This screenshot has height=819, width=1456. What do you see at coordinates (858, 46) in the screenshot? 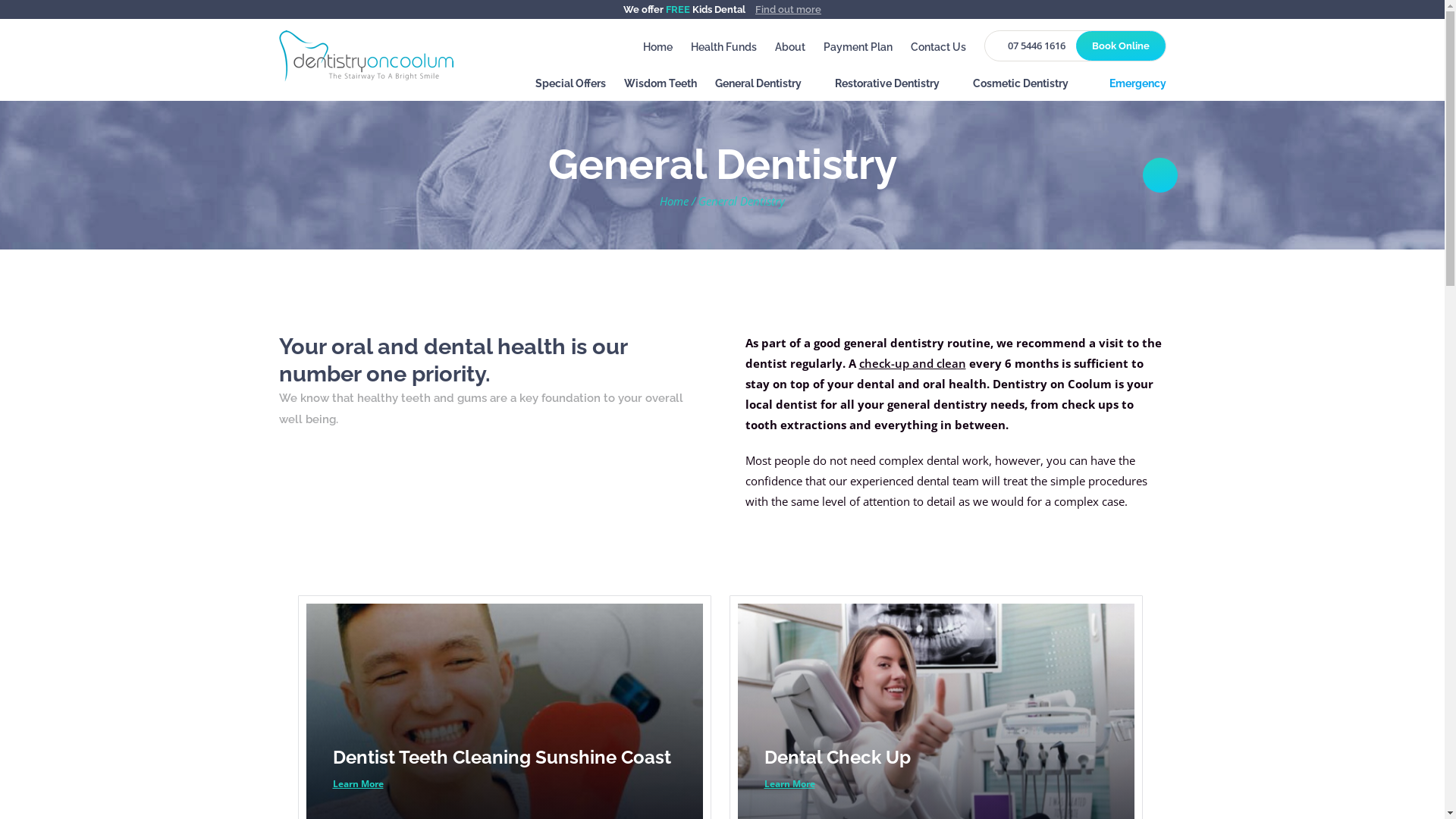
I see `'Payment Plan'` at bounding box center [858, 46].